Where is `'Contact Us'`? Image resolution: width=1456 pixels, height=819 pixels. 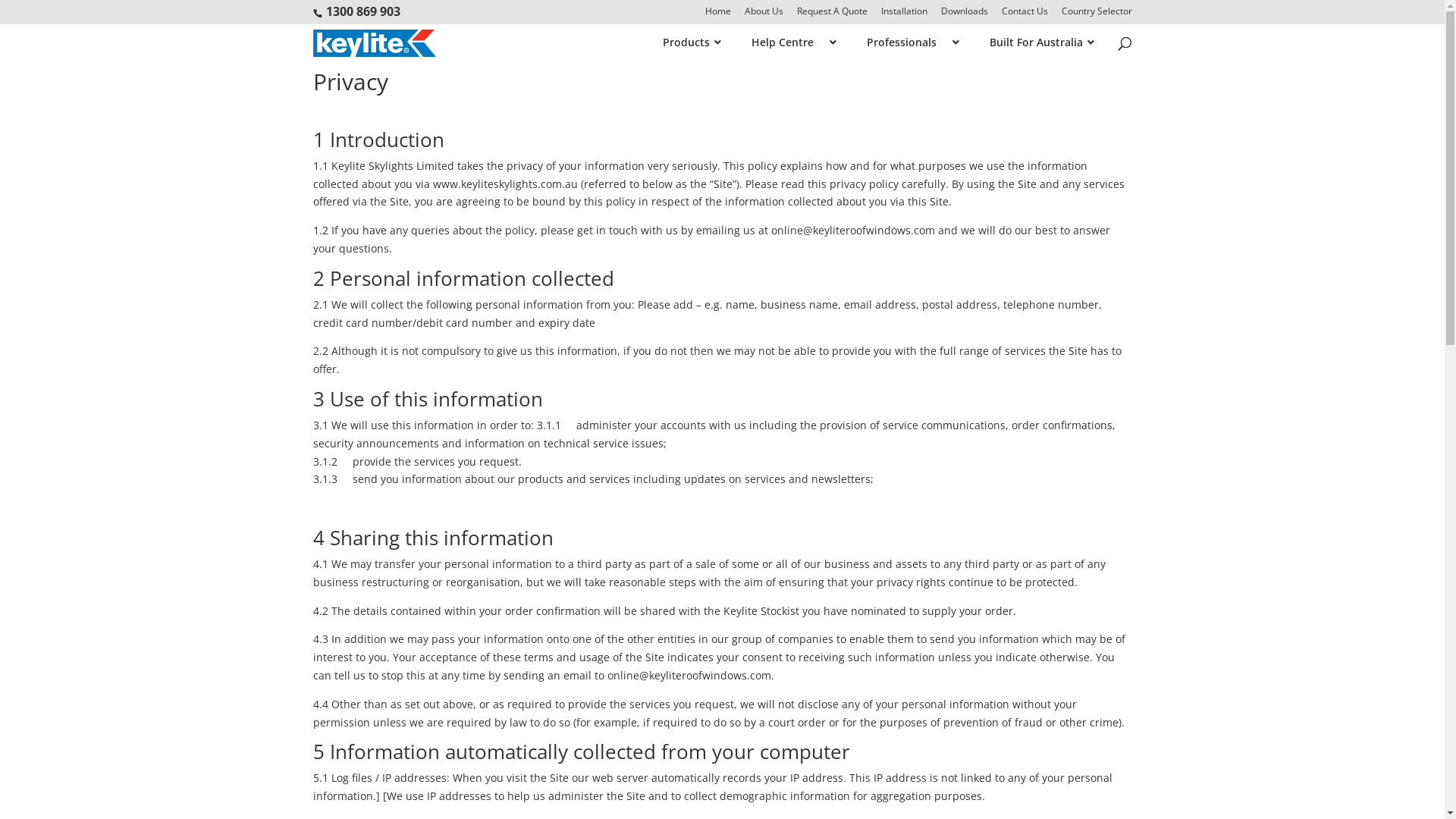 'Contact Us' is located at coordinates (1024, 14).